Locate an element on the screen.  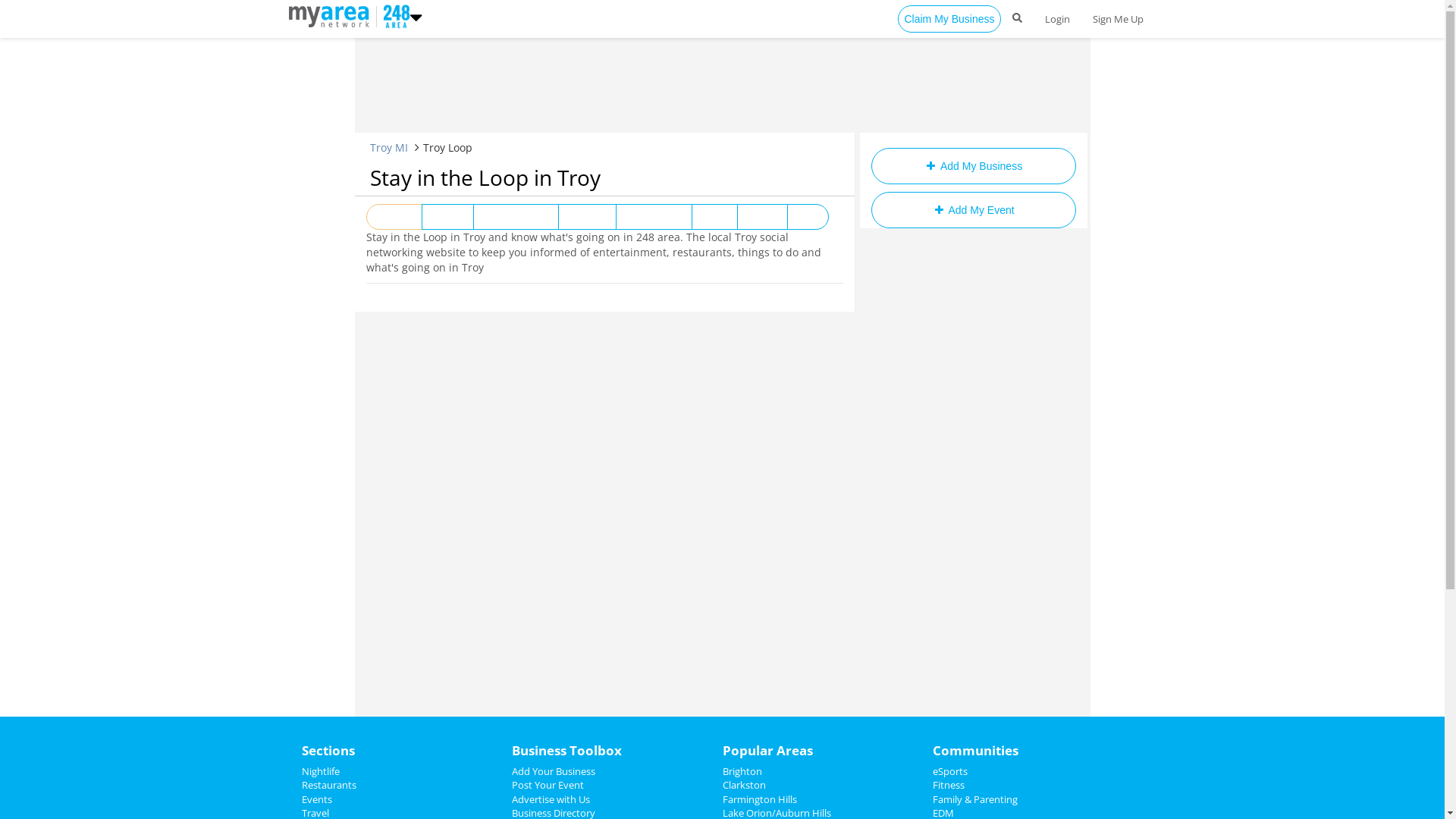
'Add My Event' is located at coordinates (972, 210).